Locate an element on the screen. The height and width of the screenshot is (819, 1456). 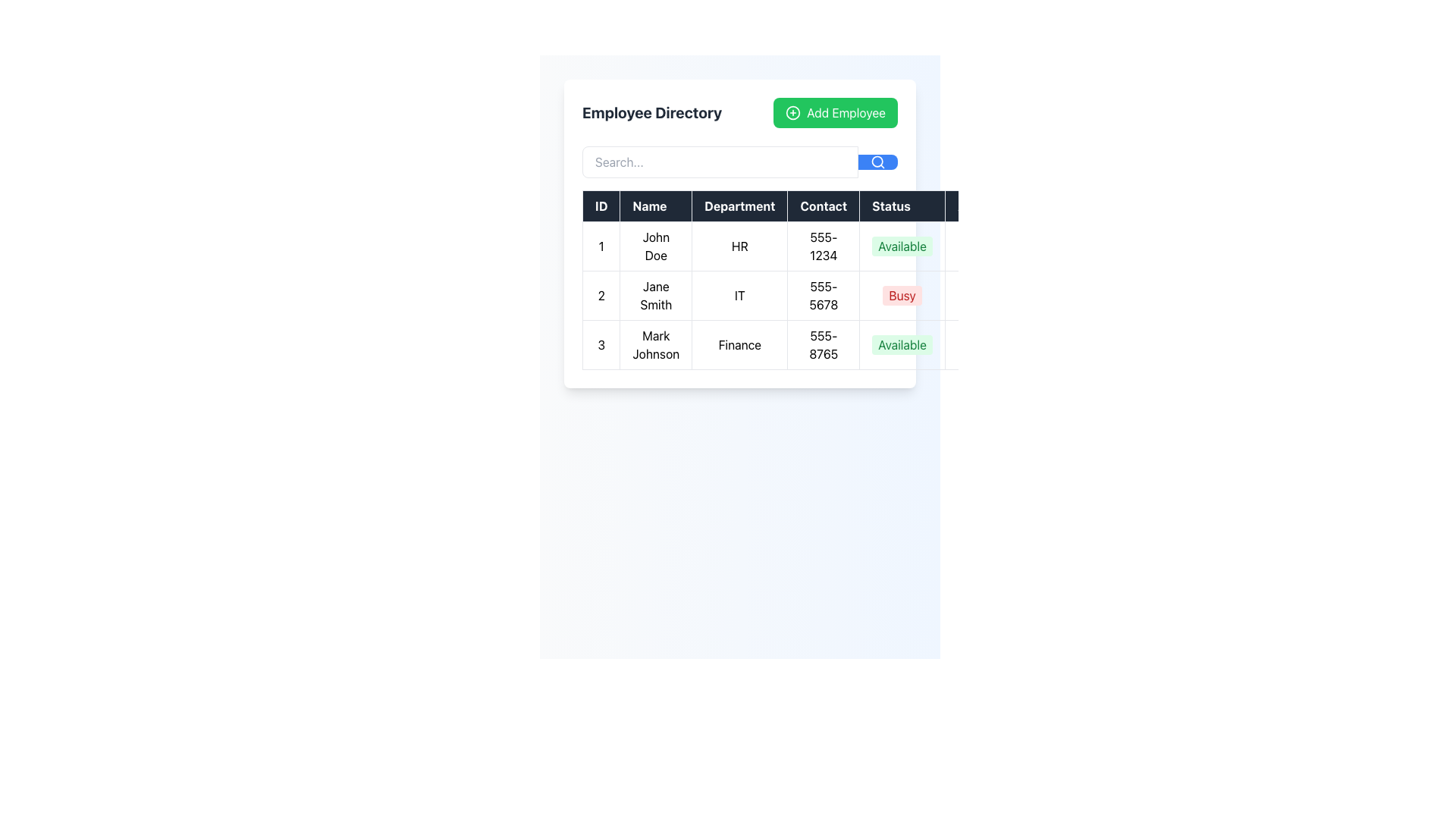
the non-interactive text label displaying the department for 'Mark Johnson' in the table's 'Department' column is located at coordinates (739, 345).